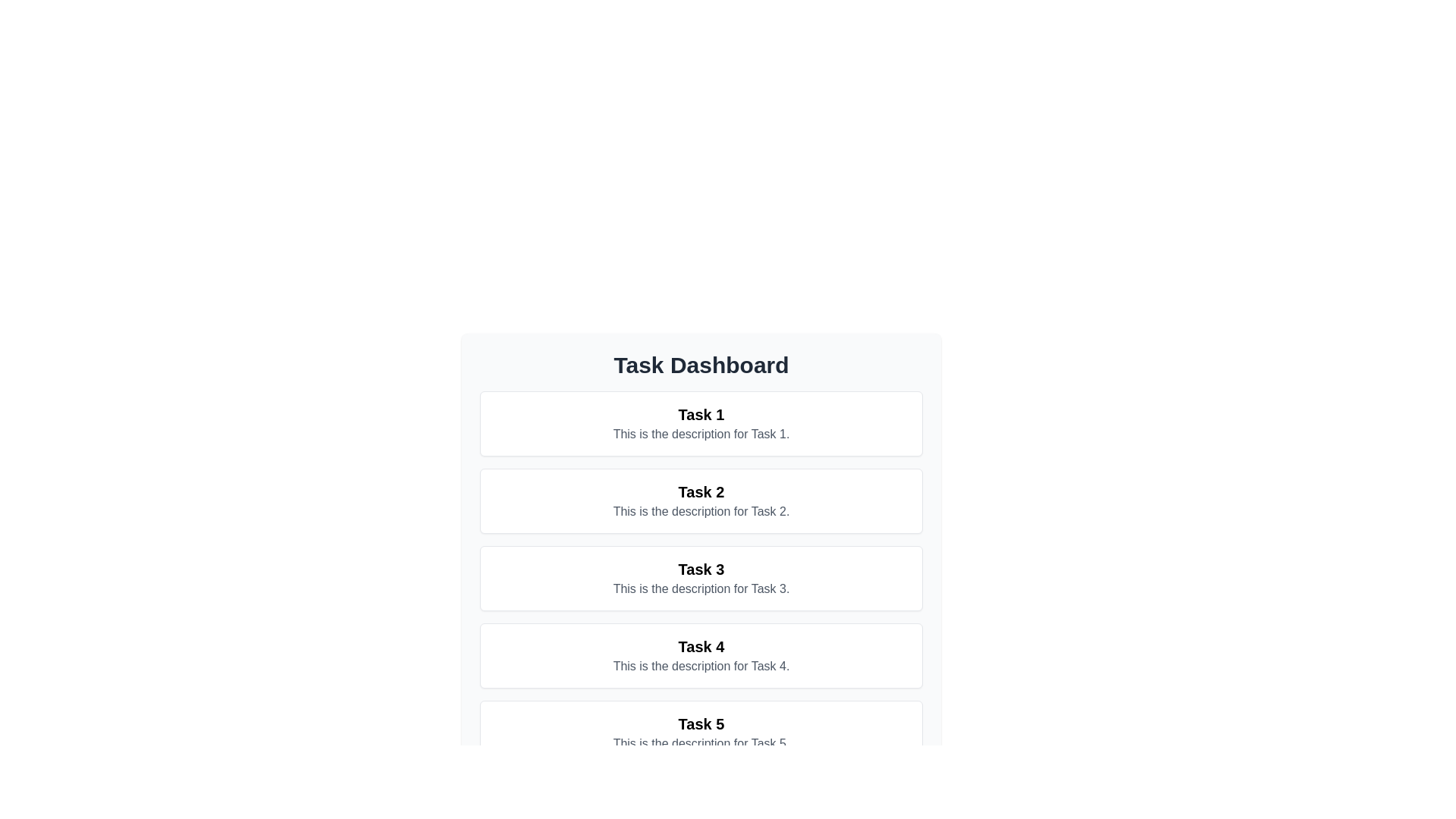 The width and height of the screenshot is (1456, 819). Describe the element at coordinates (701, 588) in the screenshot. I see `on the text element that provides a detailed description for Task 3, located beneath the bolded title 'Task 3'` at that location.